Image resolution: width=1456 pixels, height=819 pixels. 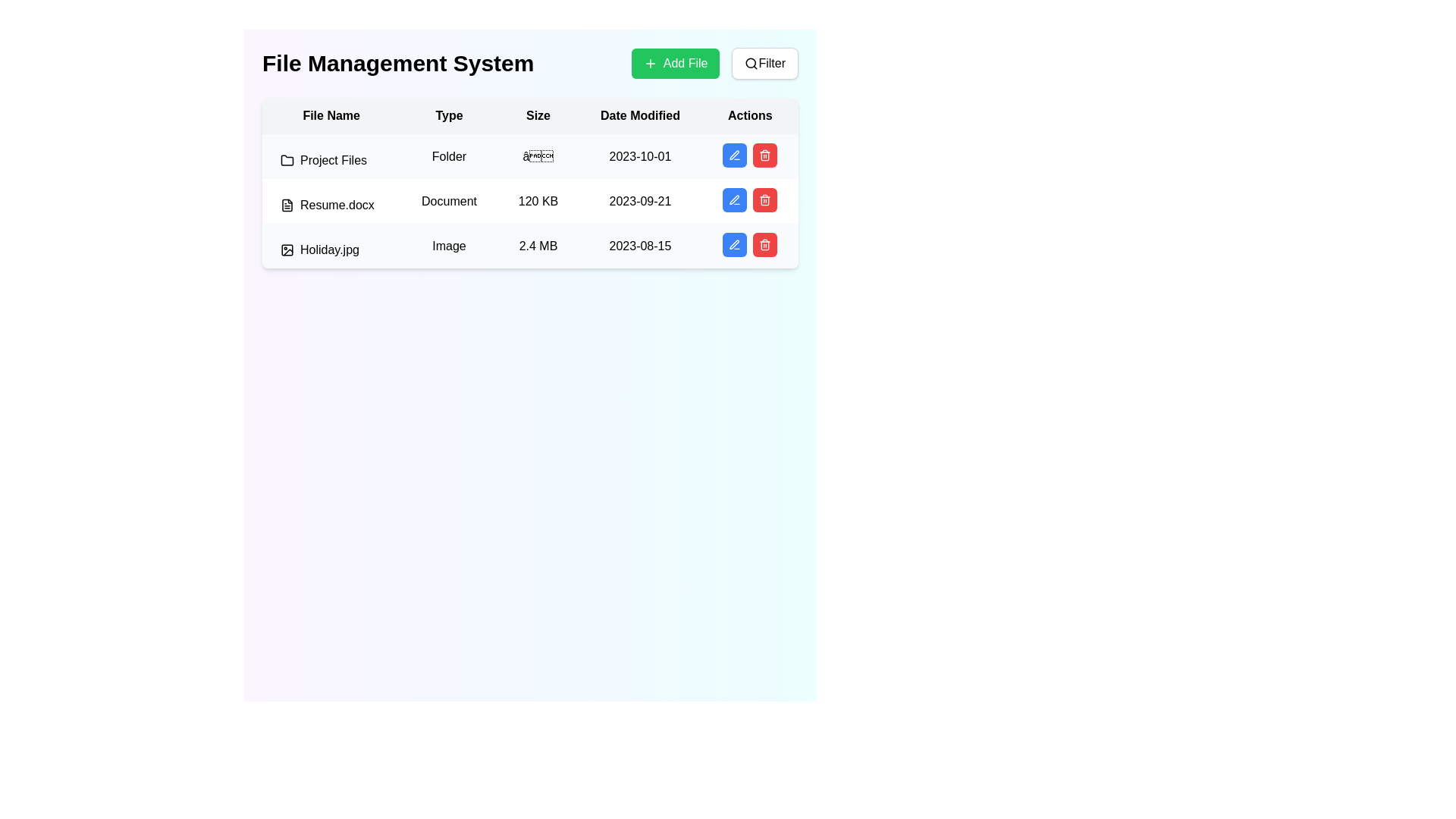 I want to click on the Text label that indicates no size information is available for the 'Project Files' folder, located in the 'Size' column of the grid table, first row, so click(x=538, y=156).